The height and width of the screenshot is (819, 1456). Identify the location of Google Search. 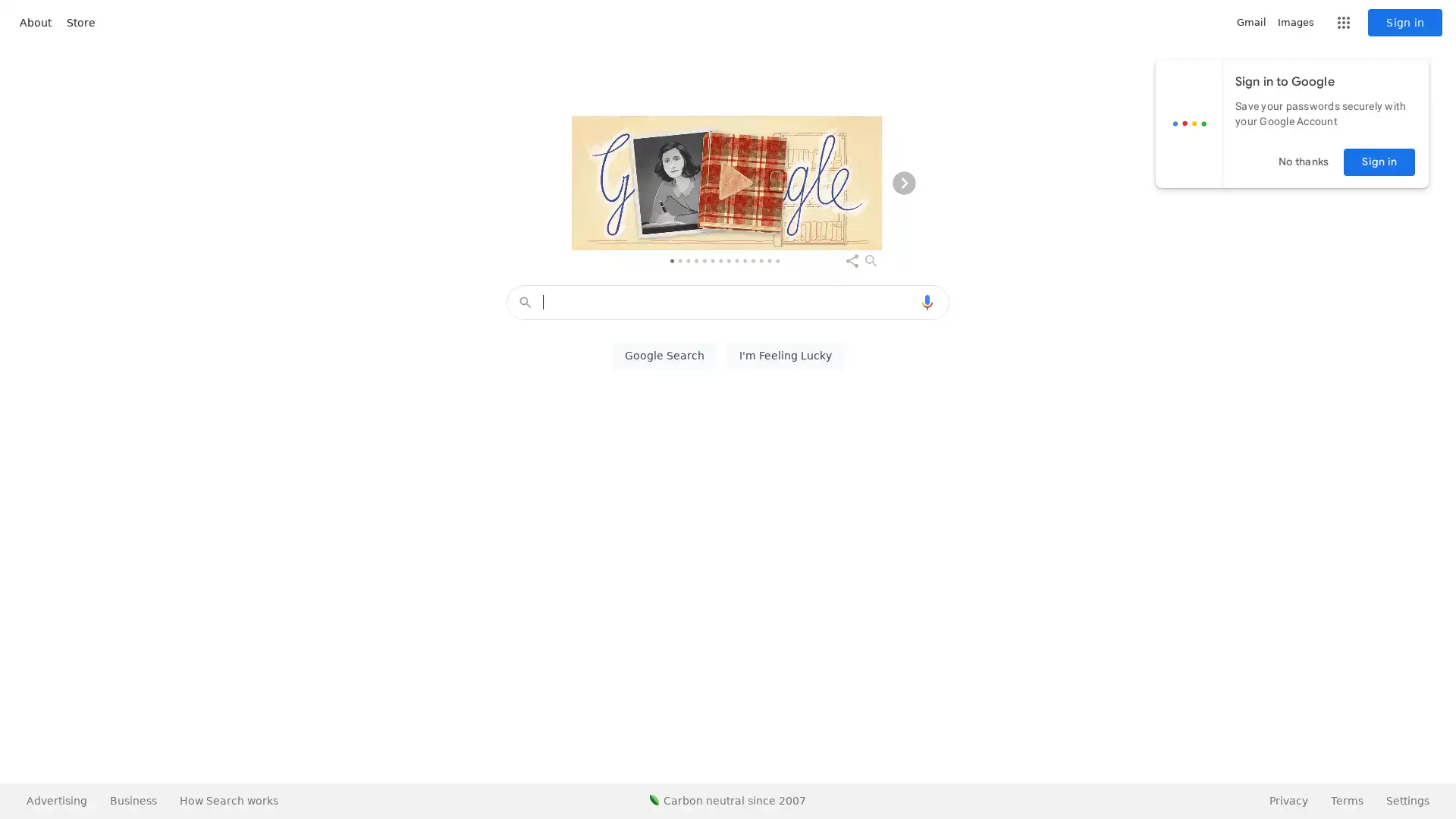
(664, 356).